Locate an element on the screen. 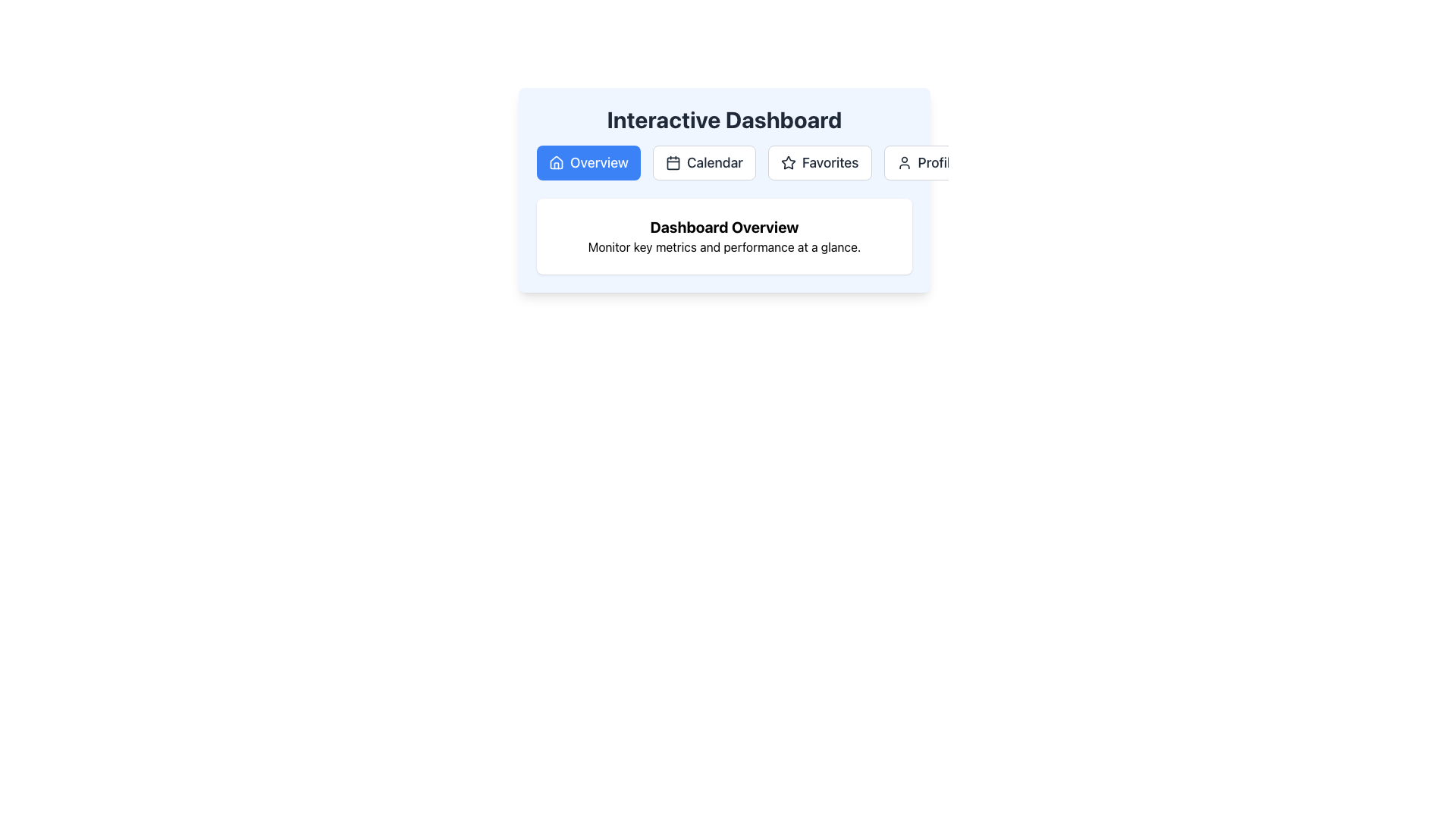  the navigation buttons within the dashboard overview section, which provides access to key metrics and performance indicators is located at coordinates (723, 189).